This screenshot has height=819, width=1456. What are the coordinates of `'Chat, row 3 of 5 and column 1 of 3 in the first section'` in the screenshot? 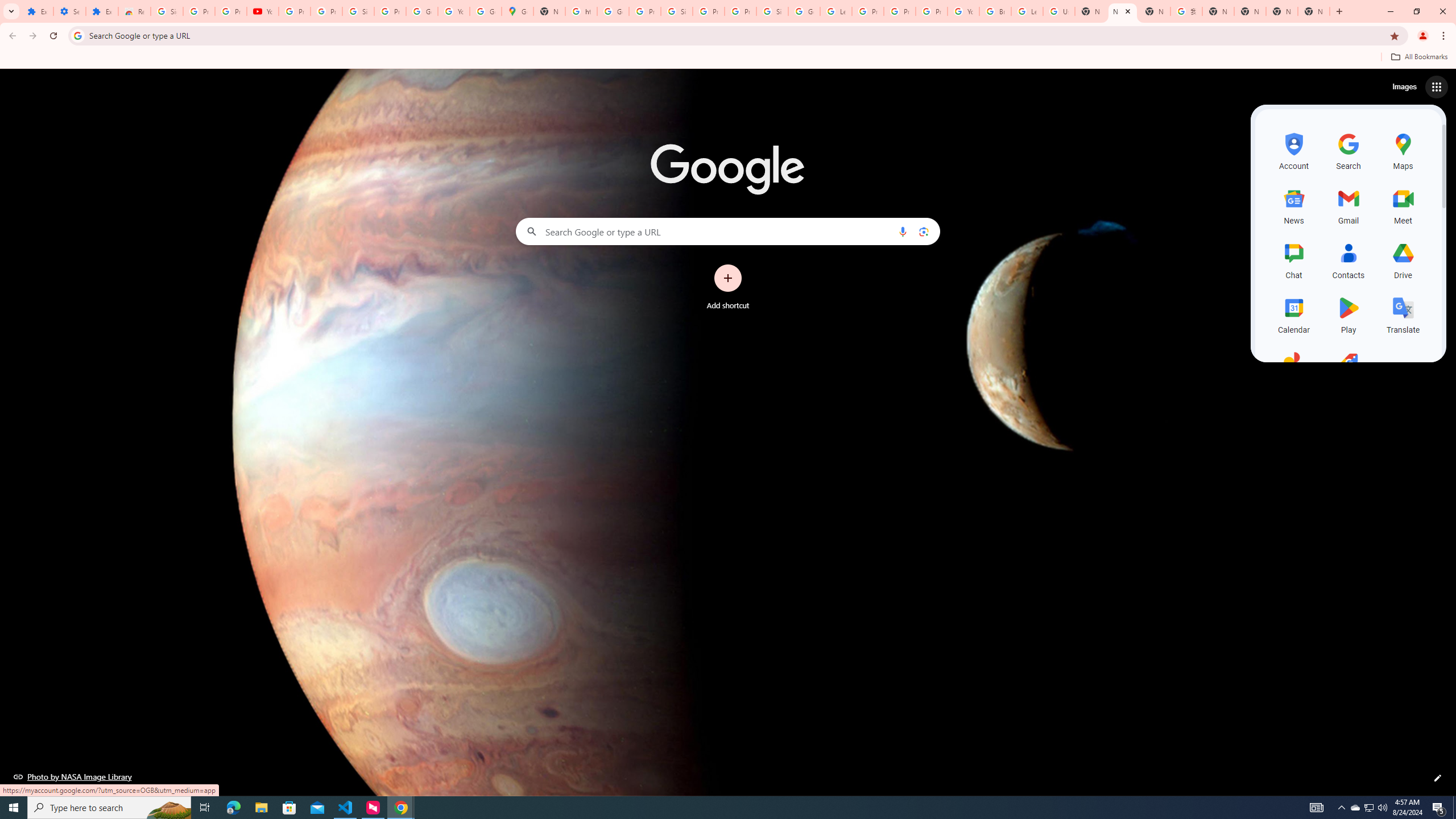 It's located at (1293, 259).